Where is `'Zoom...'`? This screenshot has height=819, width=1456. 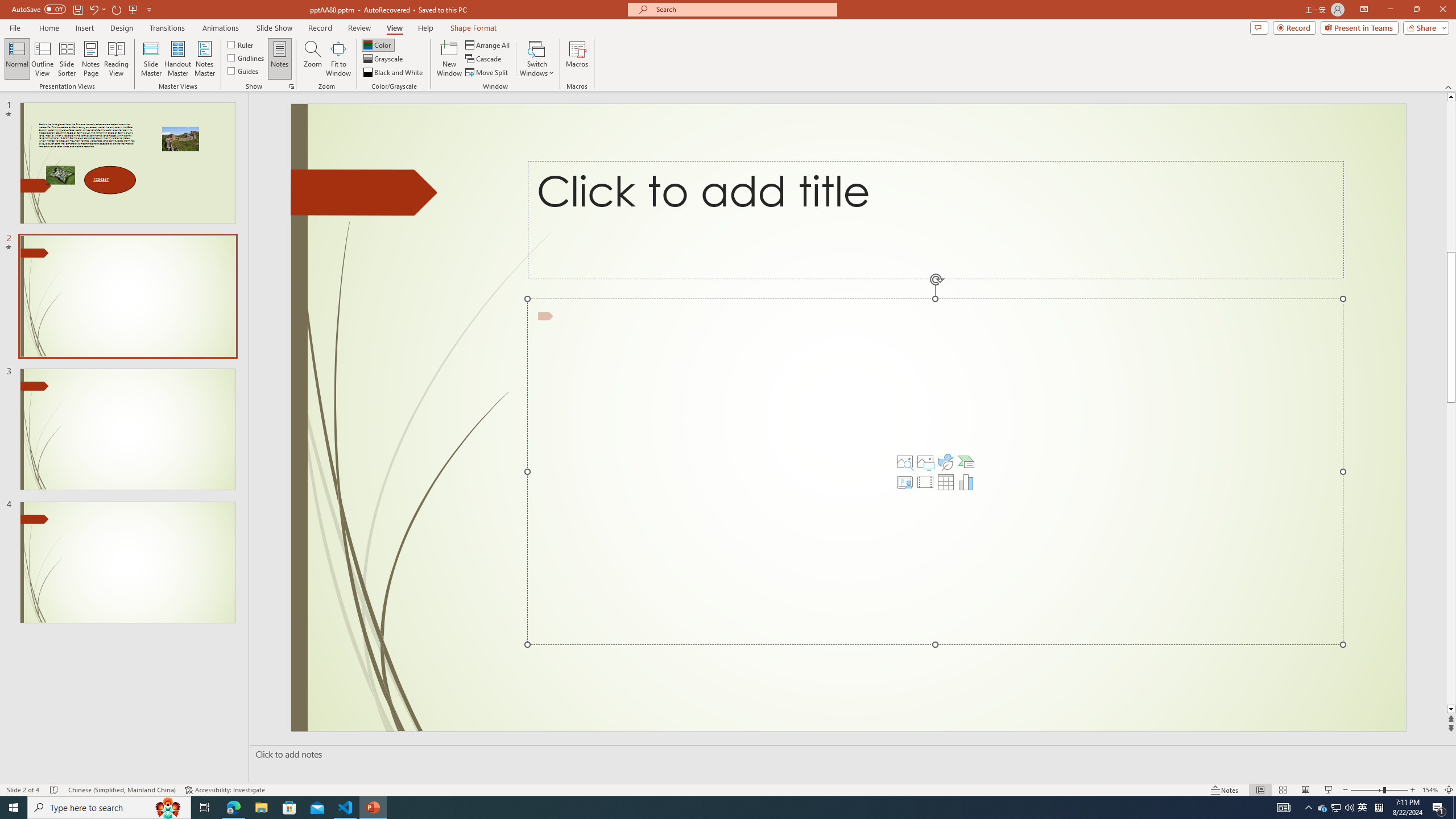 'Zoom...' is located at coordinates (313, 59).